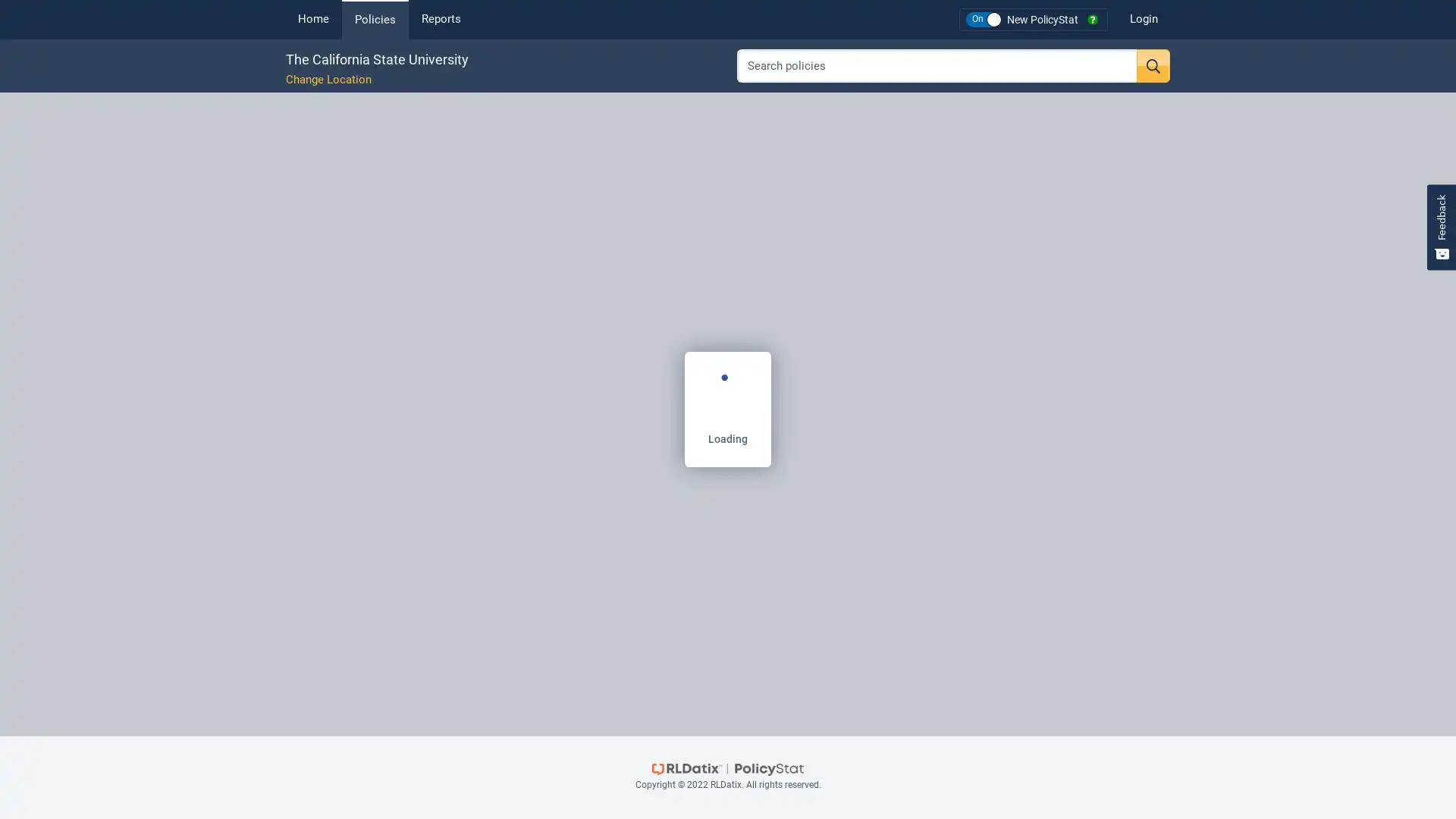  What do you see at coordinates (1153, 65) in the screenshot?
I see `Search button` at bounding box center [1153, 65].